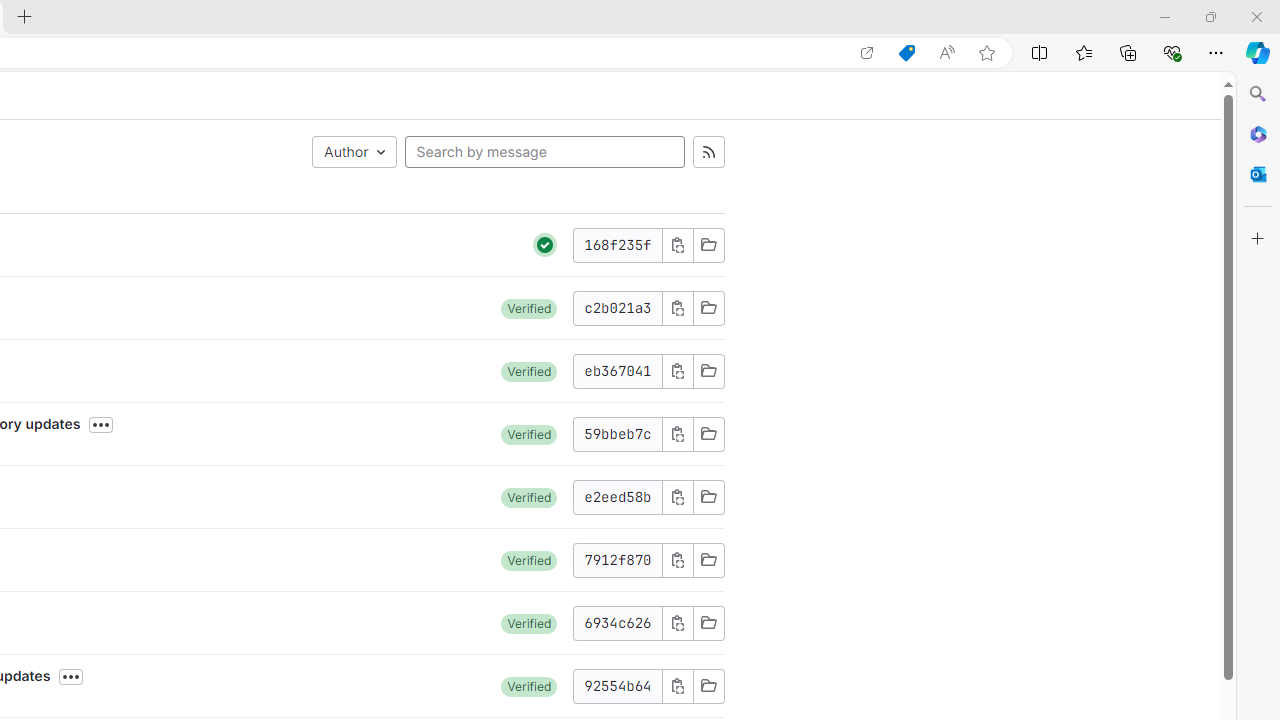  Describe the element at coordinates (1209, 16) in the screenshot. I see `'Restore'` at that location.